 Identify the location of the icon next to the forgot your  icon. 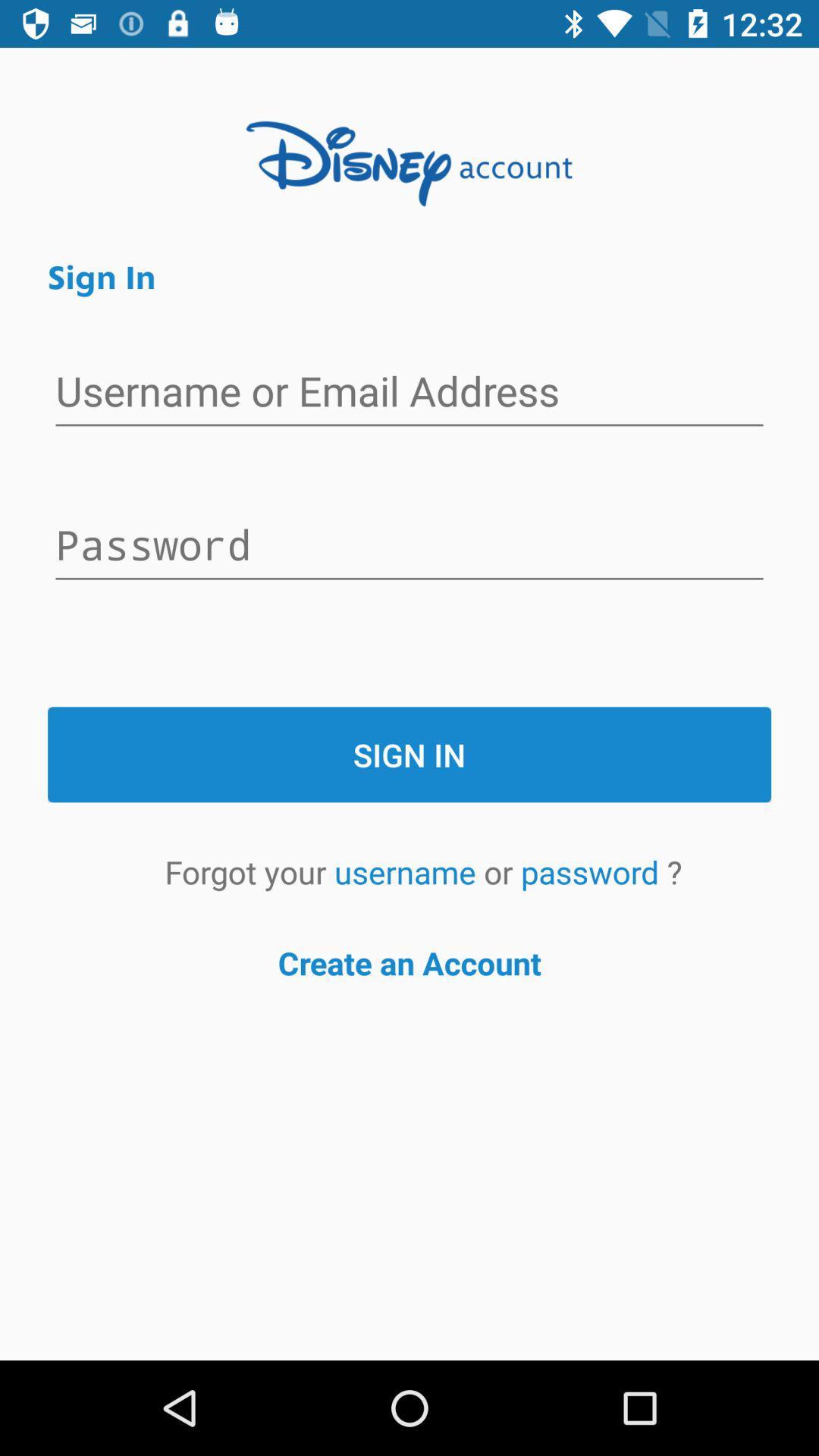
(408, 871).